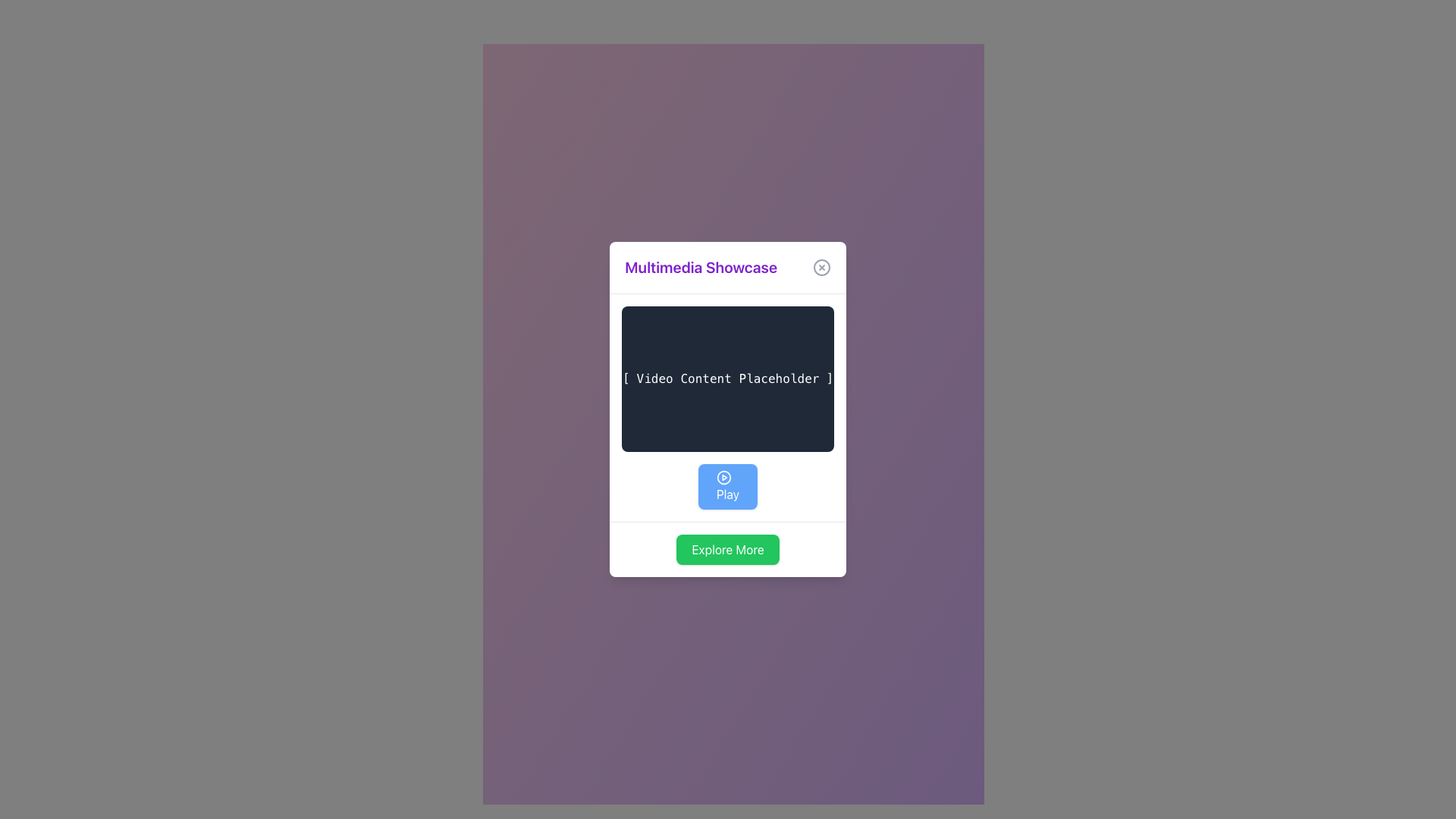 The image size is (1456, 819). What do you see at coordinates (723, 476) in the screenshot?
I see `the circular element located within the triangular play button icon in the modal interface, positioned just above the 'Explore More' button` at bounding box center [723, 476].